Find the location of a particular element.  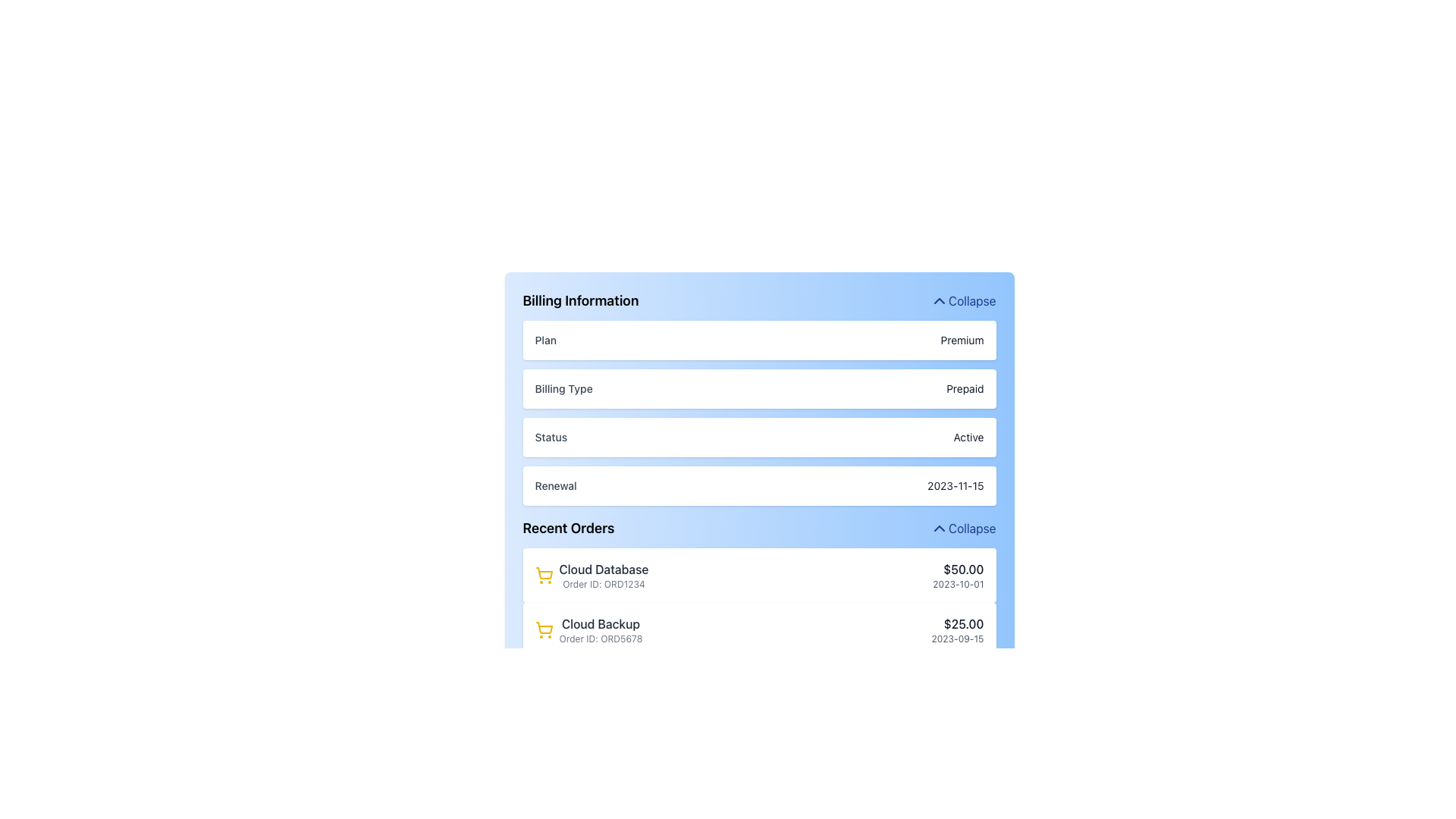

the second entry in the 'Recent Orders' section, which represents an item with details including name, order ID, cost, and date is located at coordinates (759, 629).